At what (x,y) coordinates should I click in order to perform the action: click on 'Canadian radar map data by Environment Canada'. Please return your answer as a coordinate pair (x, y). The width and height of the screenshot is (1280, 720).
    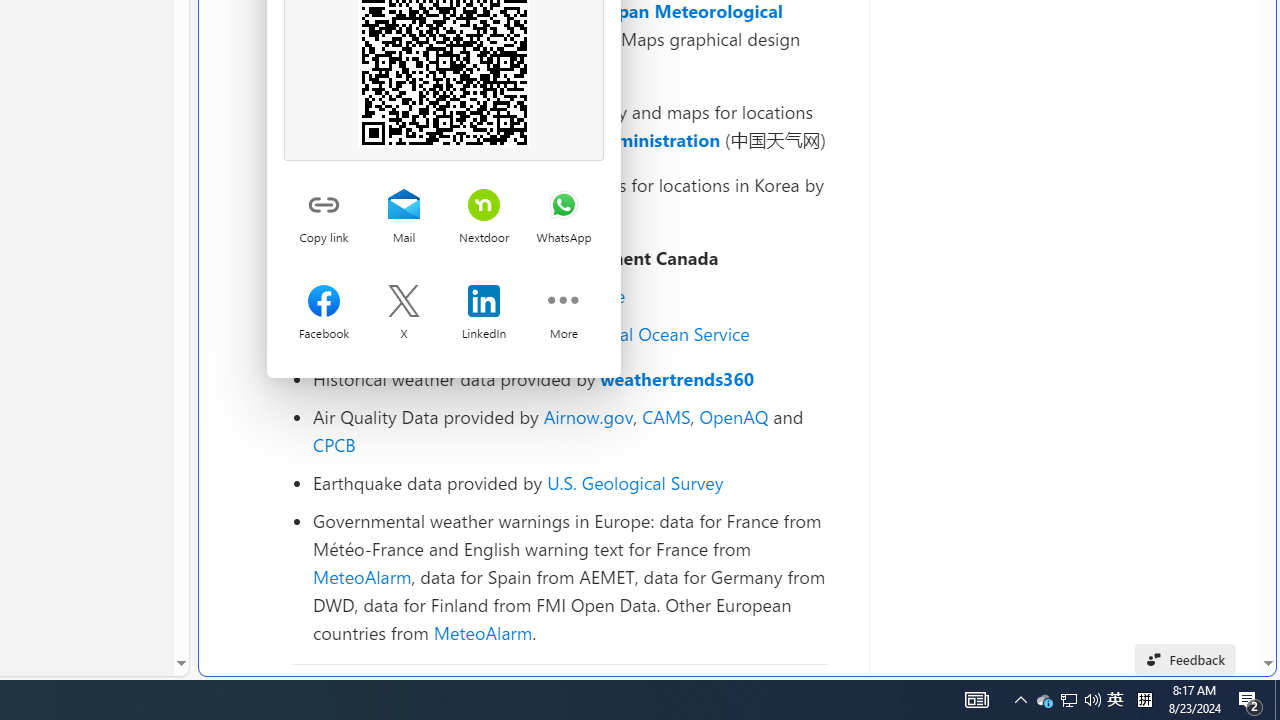
    Looking at the image, I should click on (569, 257).